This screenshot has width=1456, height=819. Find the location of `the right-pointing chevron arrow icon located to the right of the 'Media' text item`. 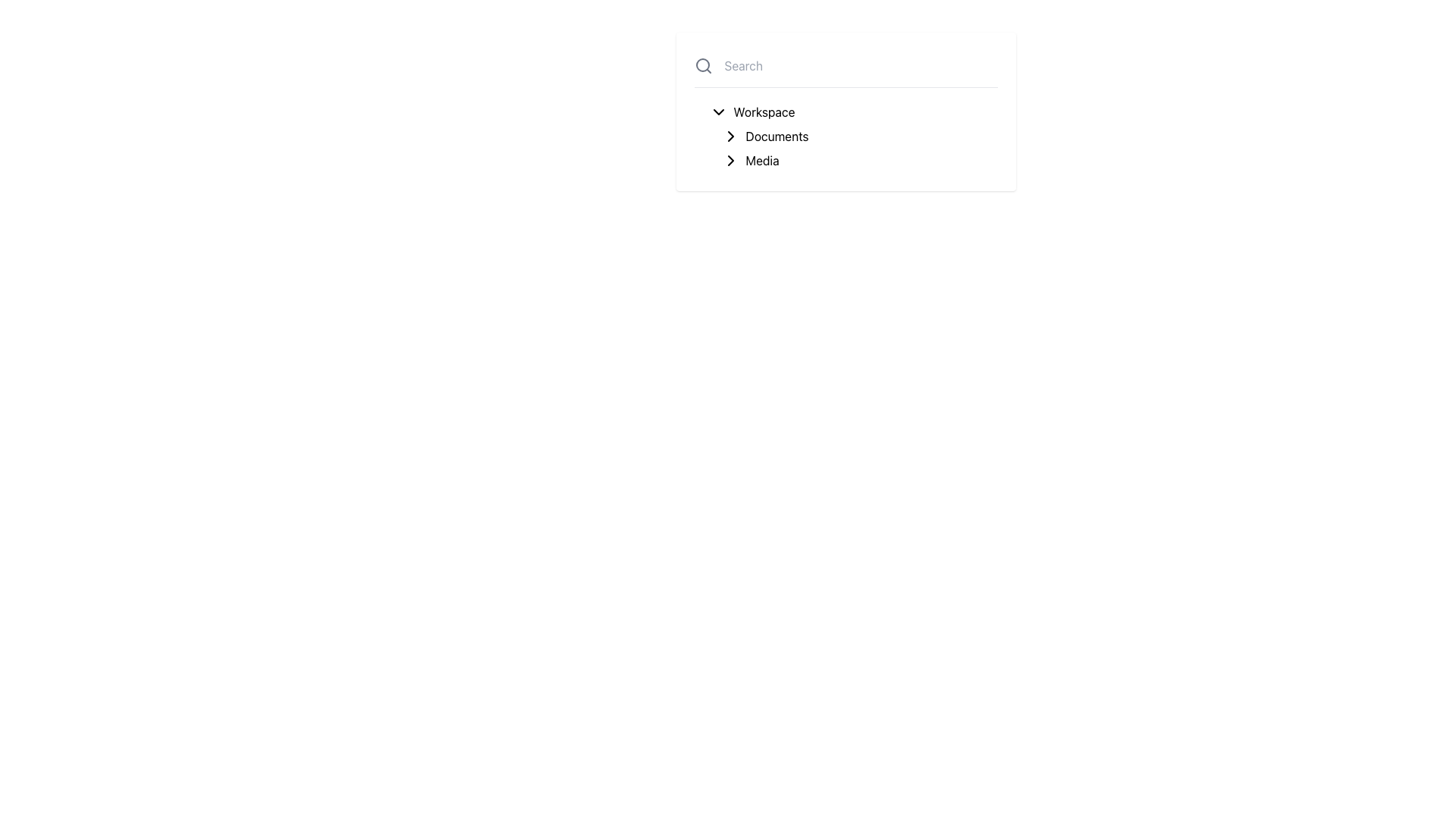

the right-pointing chevron arrow icon located to the right of the 'Media' text item is located at coordinates (730, 136).